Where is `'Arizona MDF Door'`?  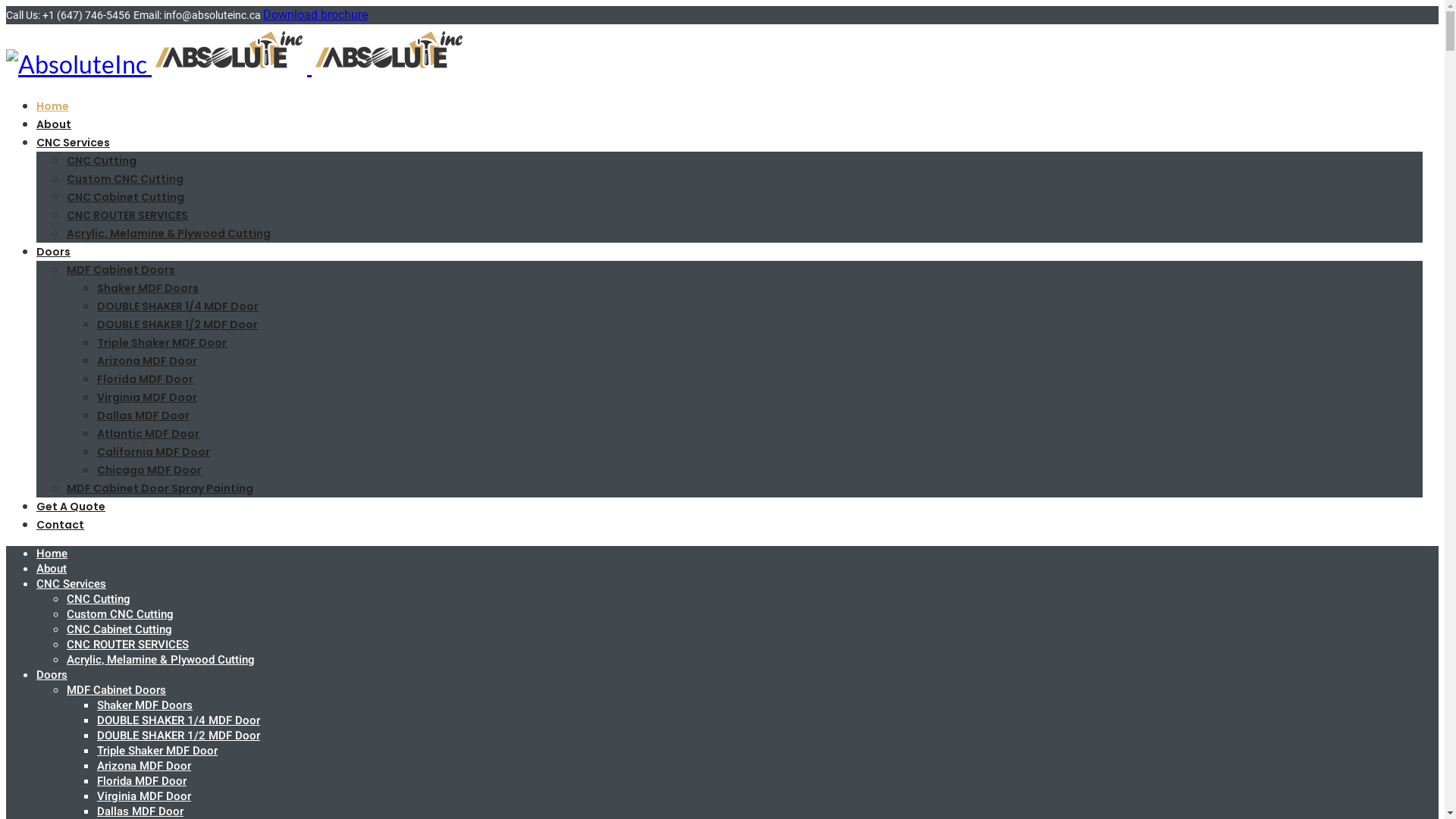 'Arizona MDF Door' is located at coordinates (144, 766).